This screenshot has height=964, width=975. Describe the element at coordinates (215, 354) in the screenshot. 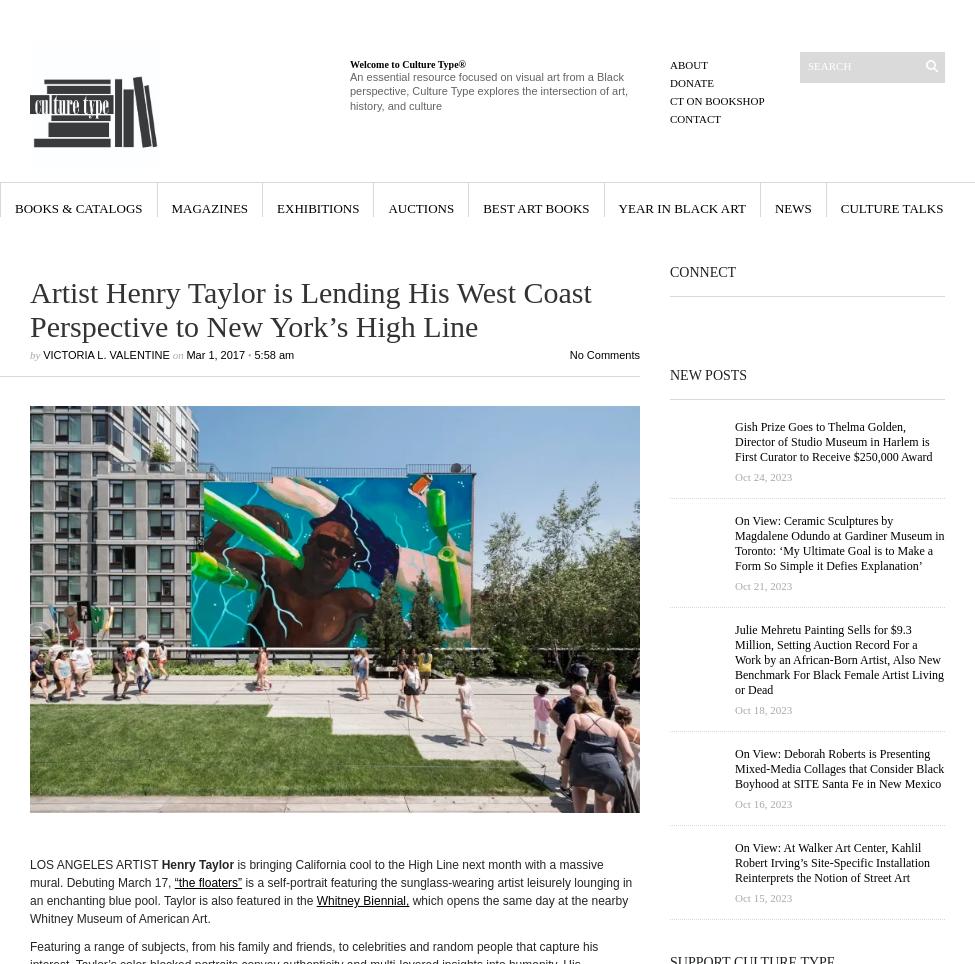

I see `'Mar 1, 2017'` at that location.